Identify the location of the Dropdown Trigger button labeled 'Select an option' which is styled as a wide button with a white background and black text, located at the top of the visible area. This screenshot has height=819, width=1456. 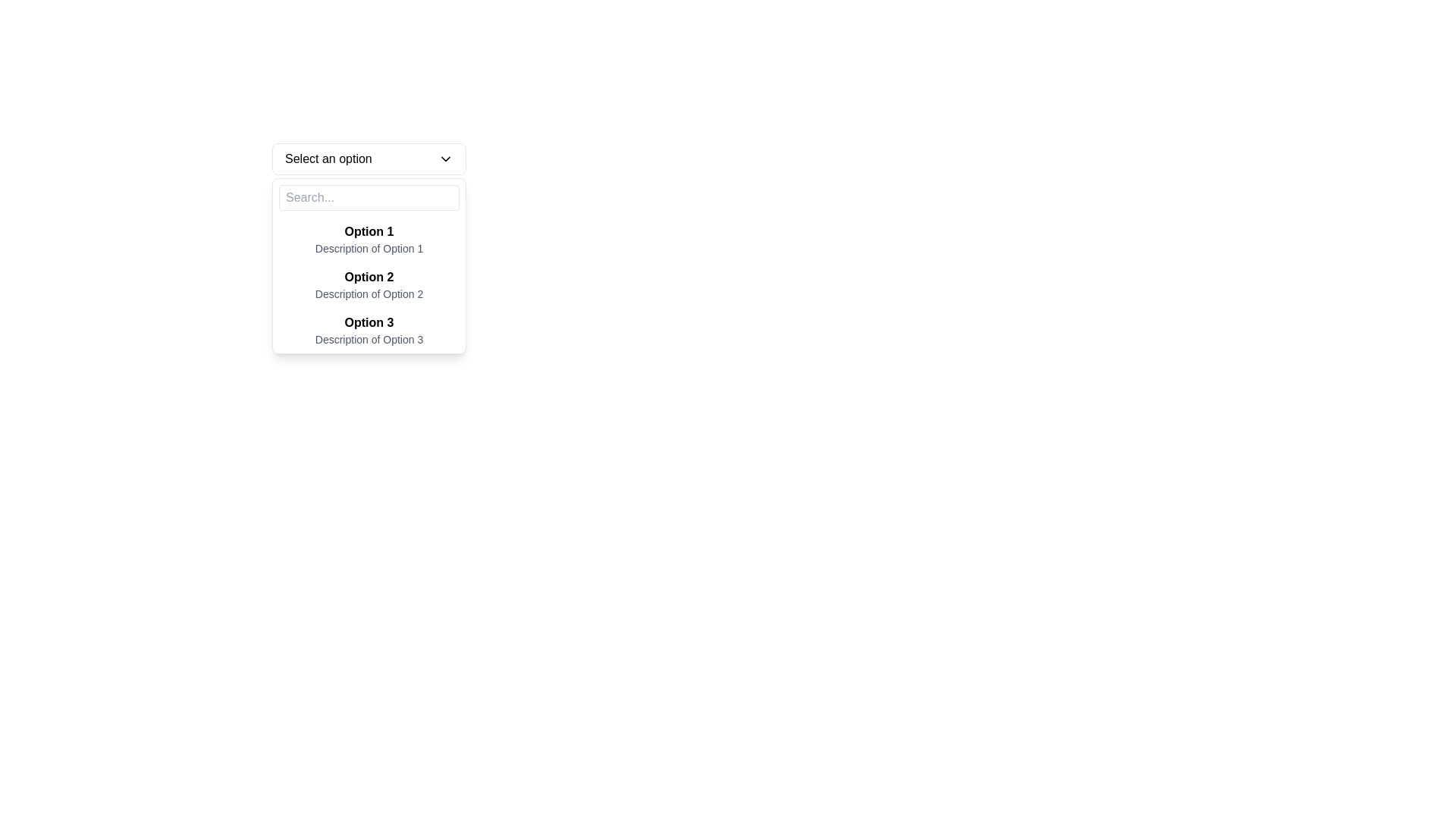
(369, 158).